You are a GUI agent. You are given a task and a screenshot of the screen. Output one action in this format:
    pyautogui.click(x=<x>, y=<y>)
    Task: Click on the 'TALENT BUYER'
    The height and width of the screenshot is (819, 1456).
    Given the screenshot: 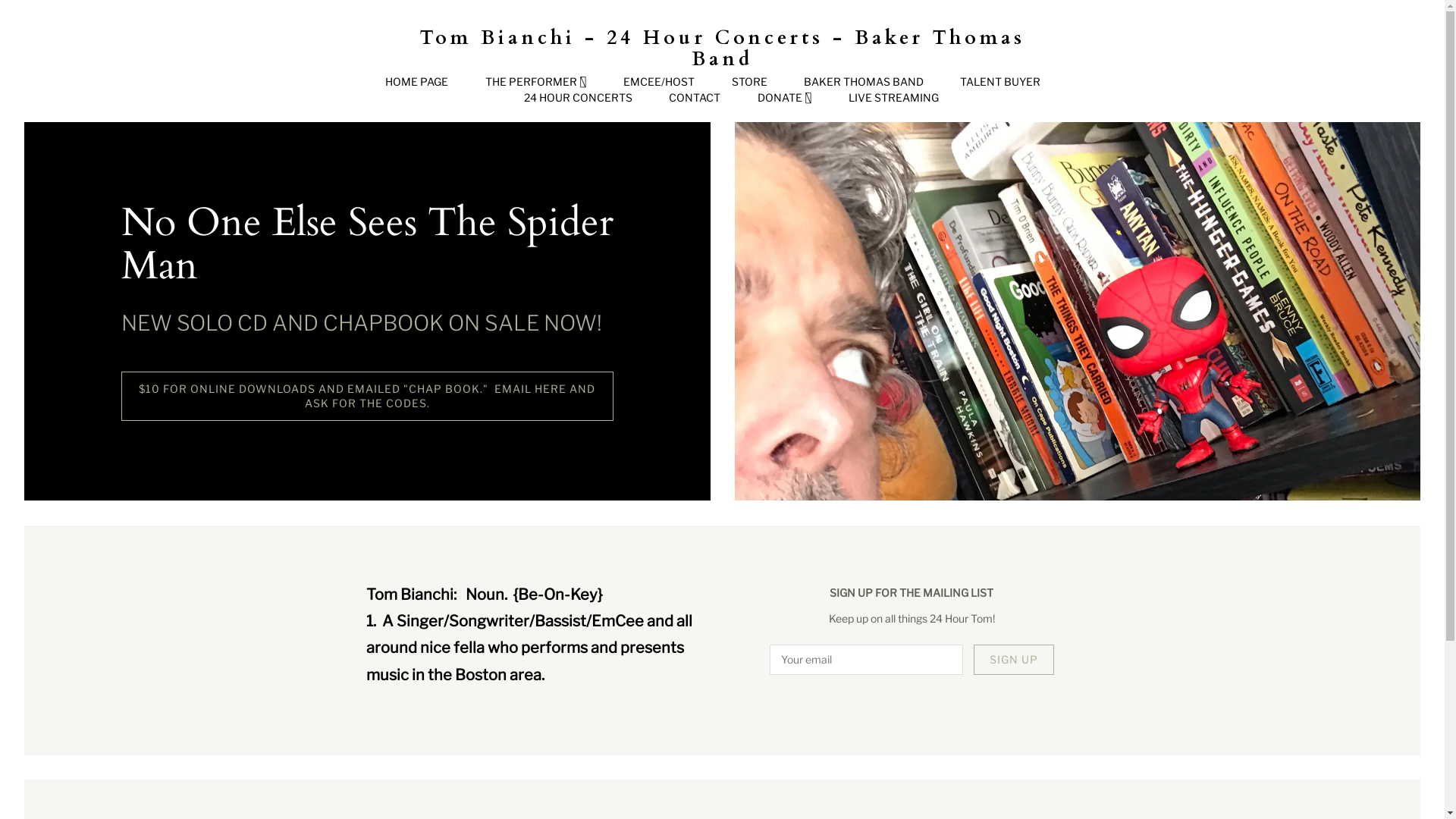 What is the action you would take?
    pyautogui.click(x=1000, y=82)
    